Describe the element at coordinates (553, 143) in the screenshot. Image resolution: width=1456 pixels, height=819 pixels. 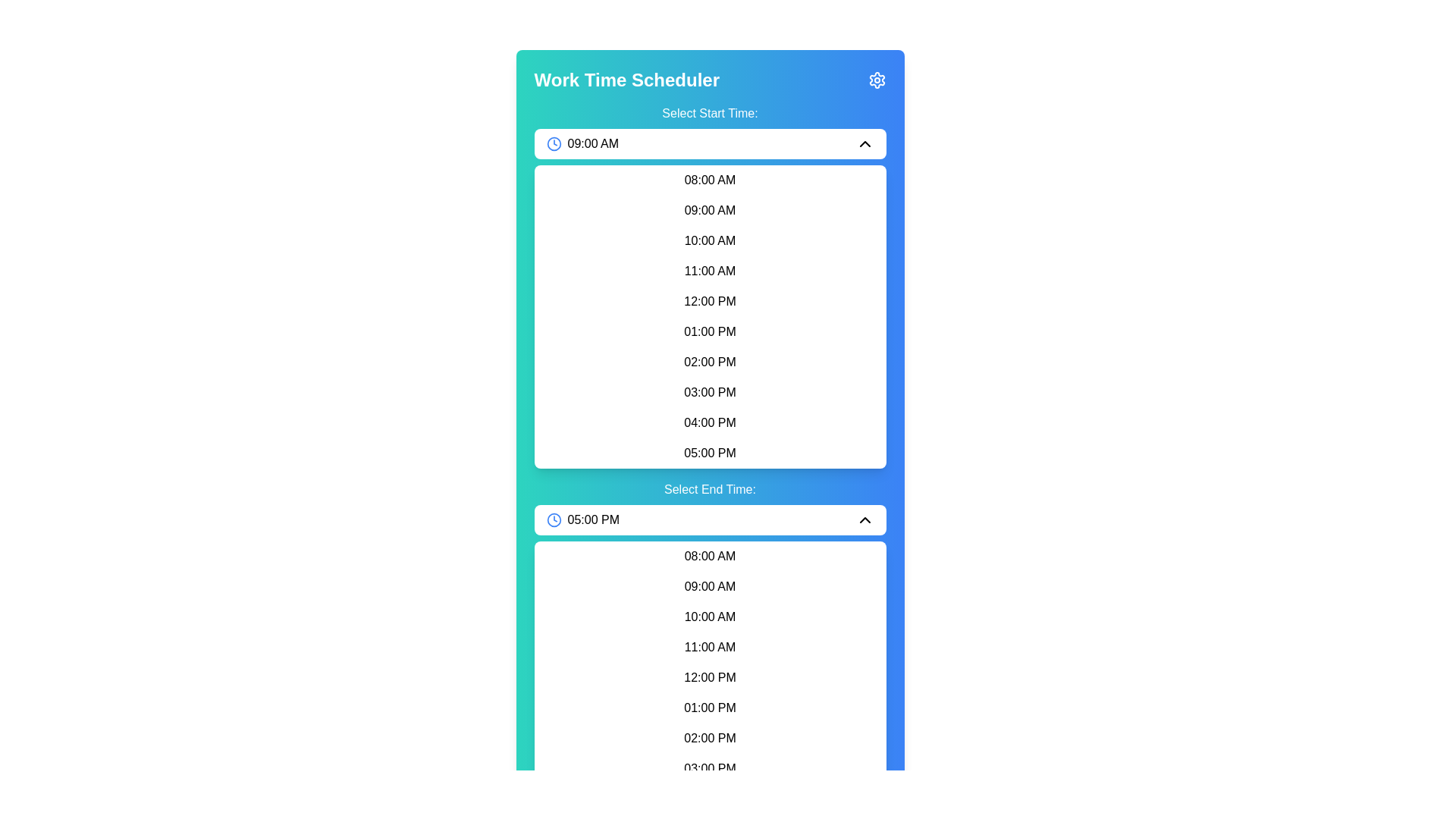
I see `the outer circular boundary of the SVG clock icon located to the left of the time text '09:00 AM' in the 'Select Start Time' section` at that location.